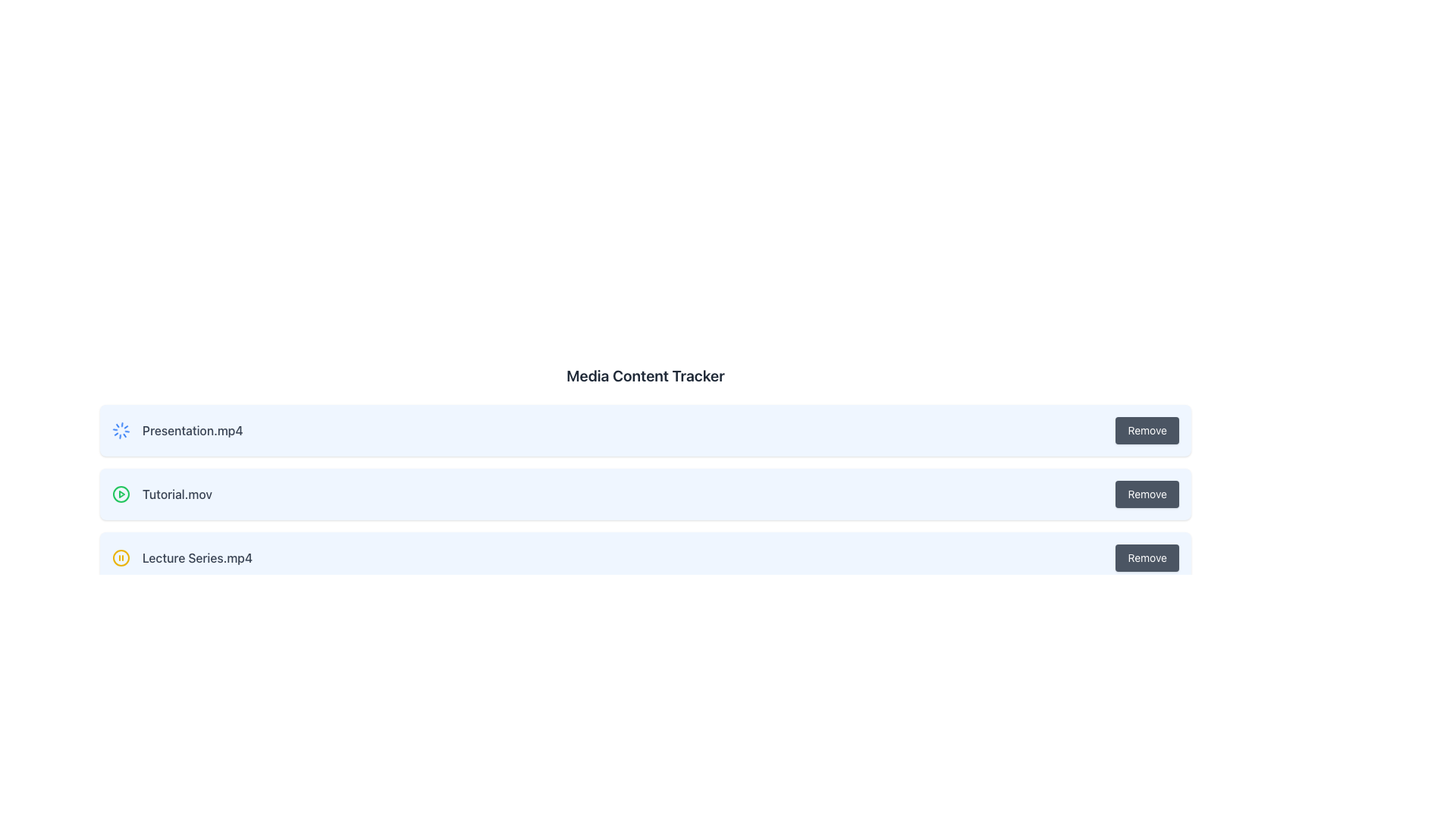 The image size is (1456, 819). Describe the element at coordinates (196, 558) in the screenshot. I see `the text label displaying the filename 'Lecture Series.mp4', which is the third item in a list of media files and is positioned to the right of a yellow circular icon with a pause symbol` at that location.